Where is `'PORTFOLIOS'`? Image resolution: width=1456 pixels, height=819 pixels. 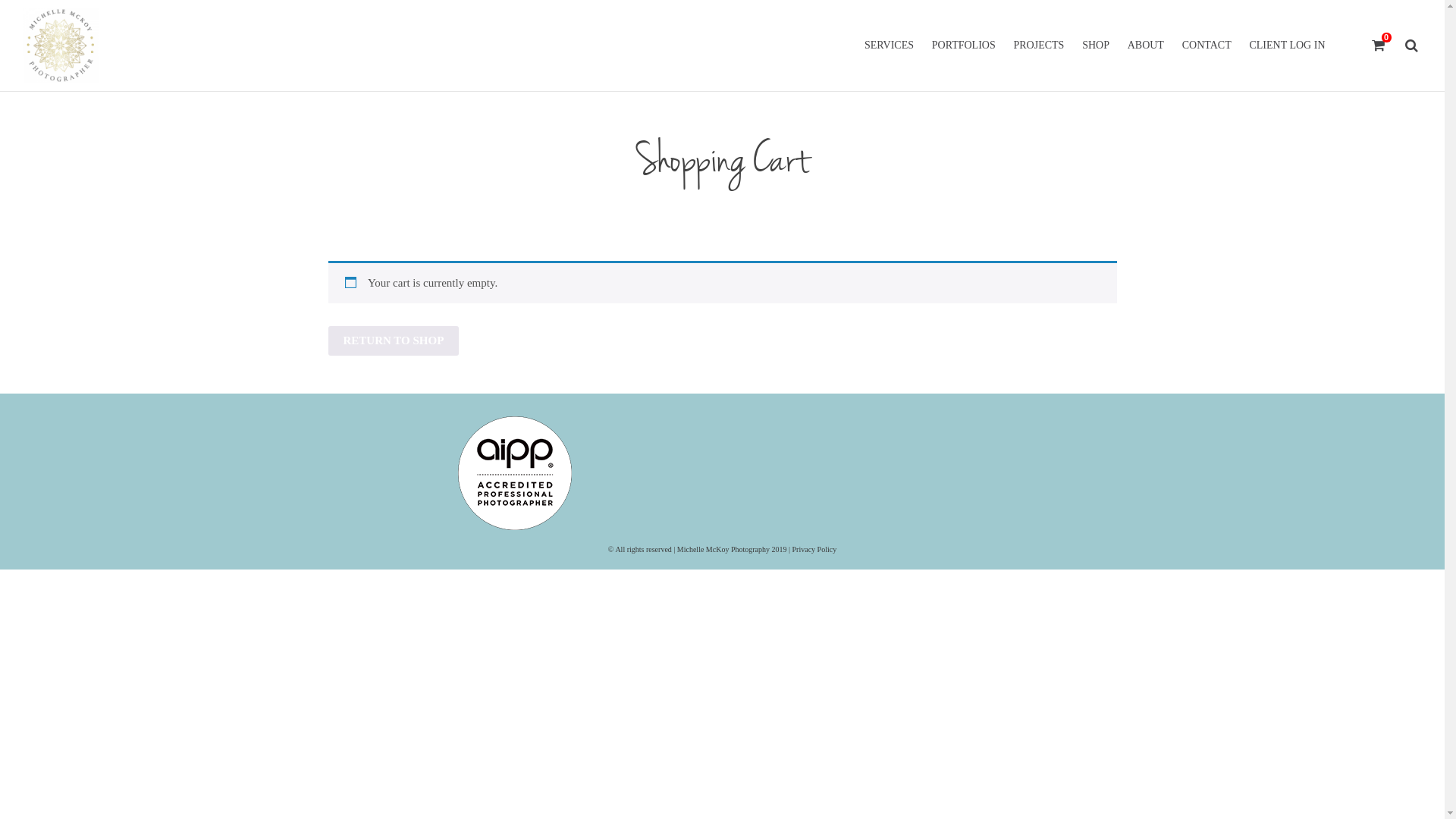 'PORTFOLIOS' is located at coordinates (924, 45).